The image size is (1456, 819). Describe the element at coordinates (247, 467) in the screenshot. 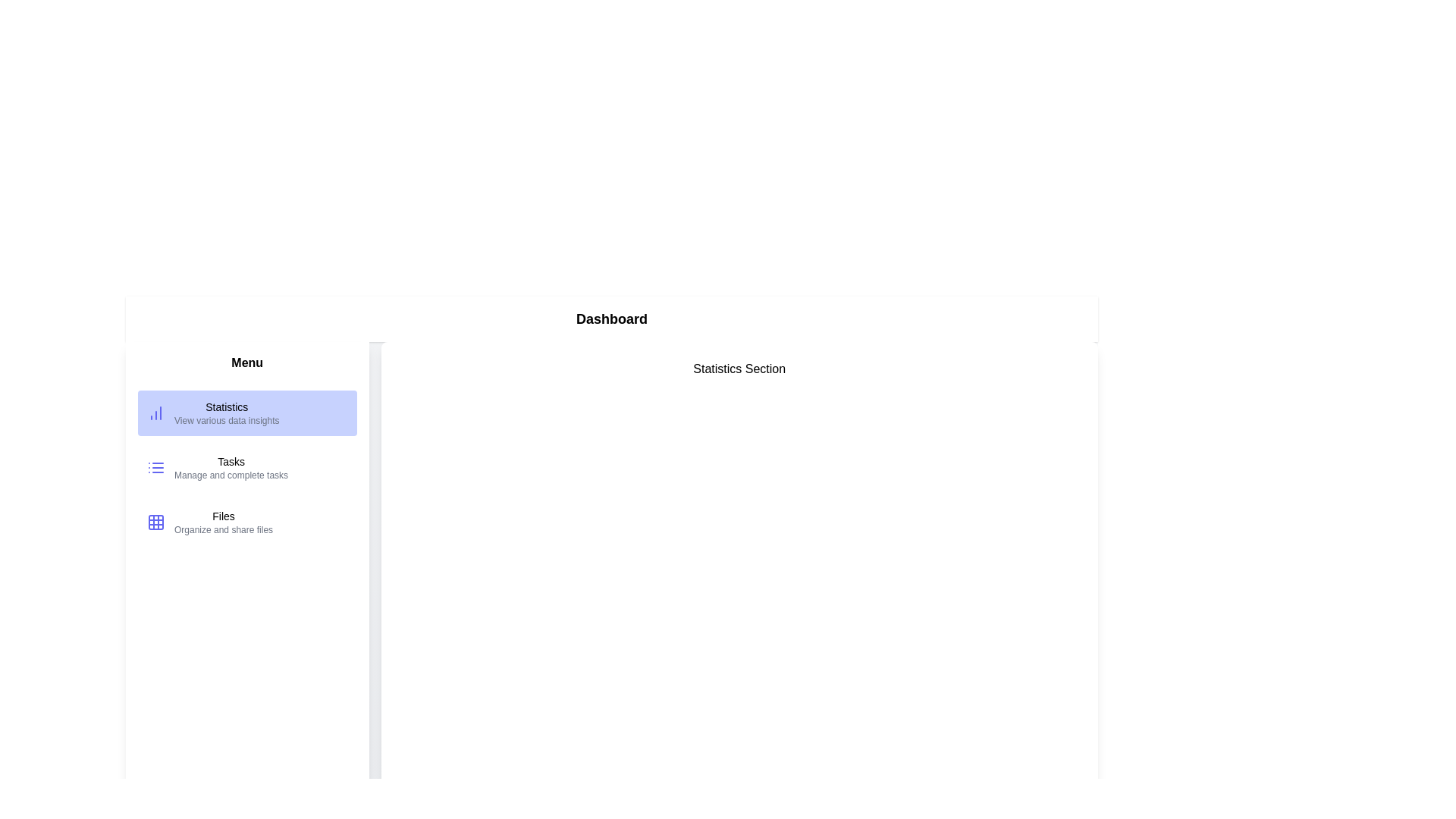

I see `the menu tab labeled Tasks to view its details` at that location.